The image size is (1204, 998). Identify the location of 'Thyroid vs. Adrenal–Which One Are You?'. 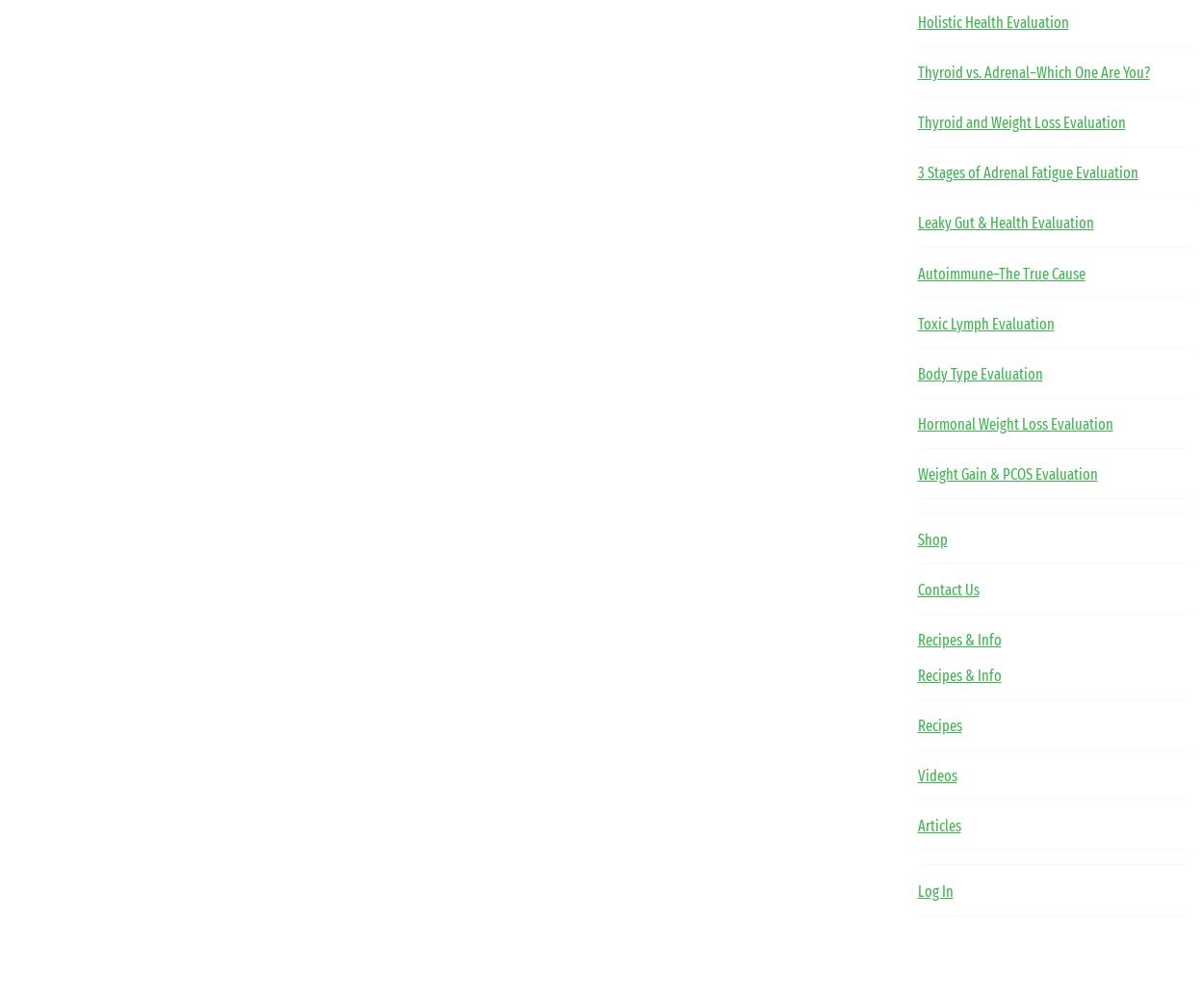
(1032, 71).